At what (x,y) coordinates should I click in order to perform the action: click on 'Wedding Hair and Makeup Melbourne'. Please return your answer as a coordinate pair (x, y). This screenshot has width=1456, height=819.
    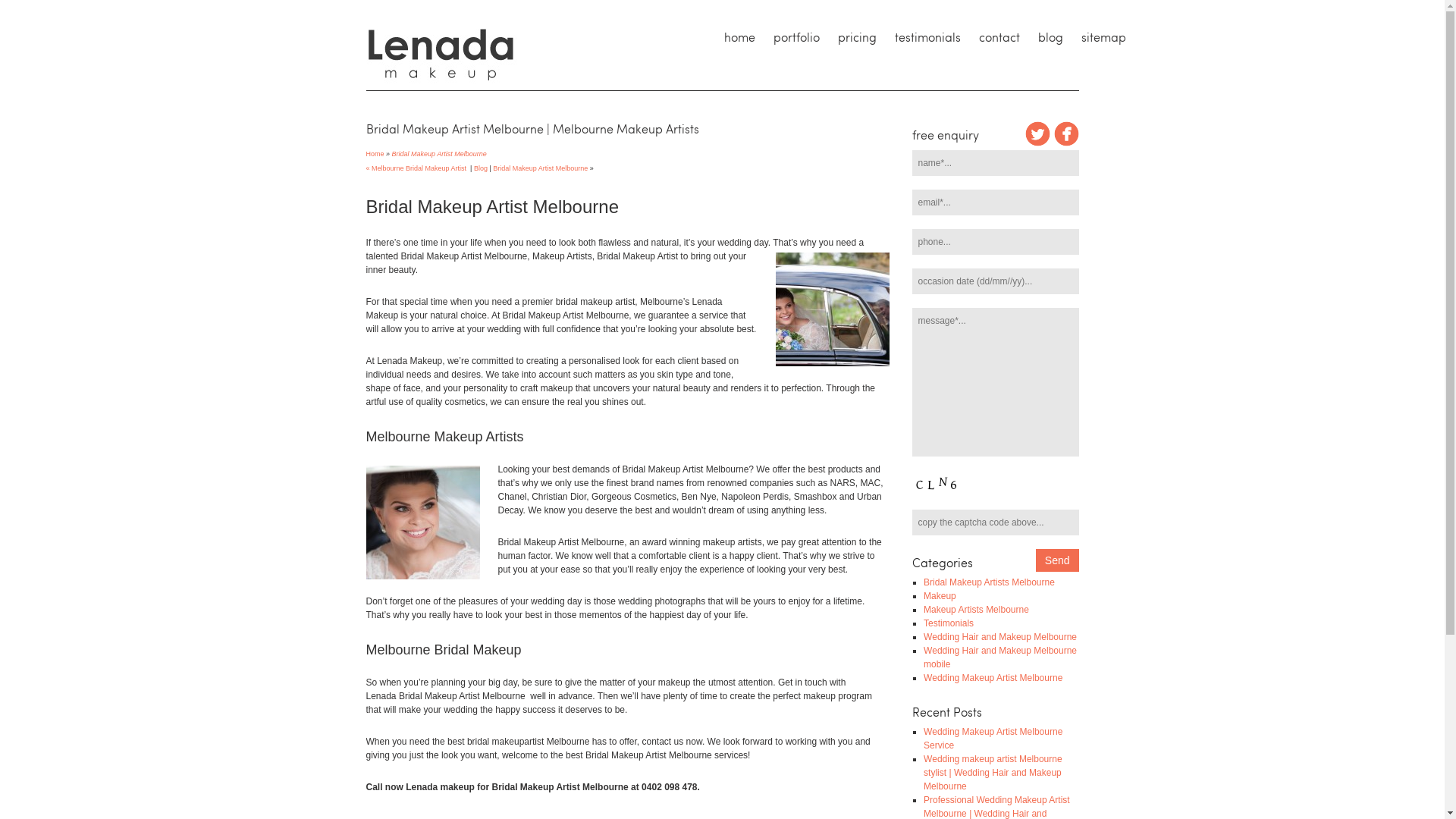
    Looking at the image, I should click on (1000, 637).